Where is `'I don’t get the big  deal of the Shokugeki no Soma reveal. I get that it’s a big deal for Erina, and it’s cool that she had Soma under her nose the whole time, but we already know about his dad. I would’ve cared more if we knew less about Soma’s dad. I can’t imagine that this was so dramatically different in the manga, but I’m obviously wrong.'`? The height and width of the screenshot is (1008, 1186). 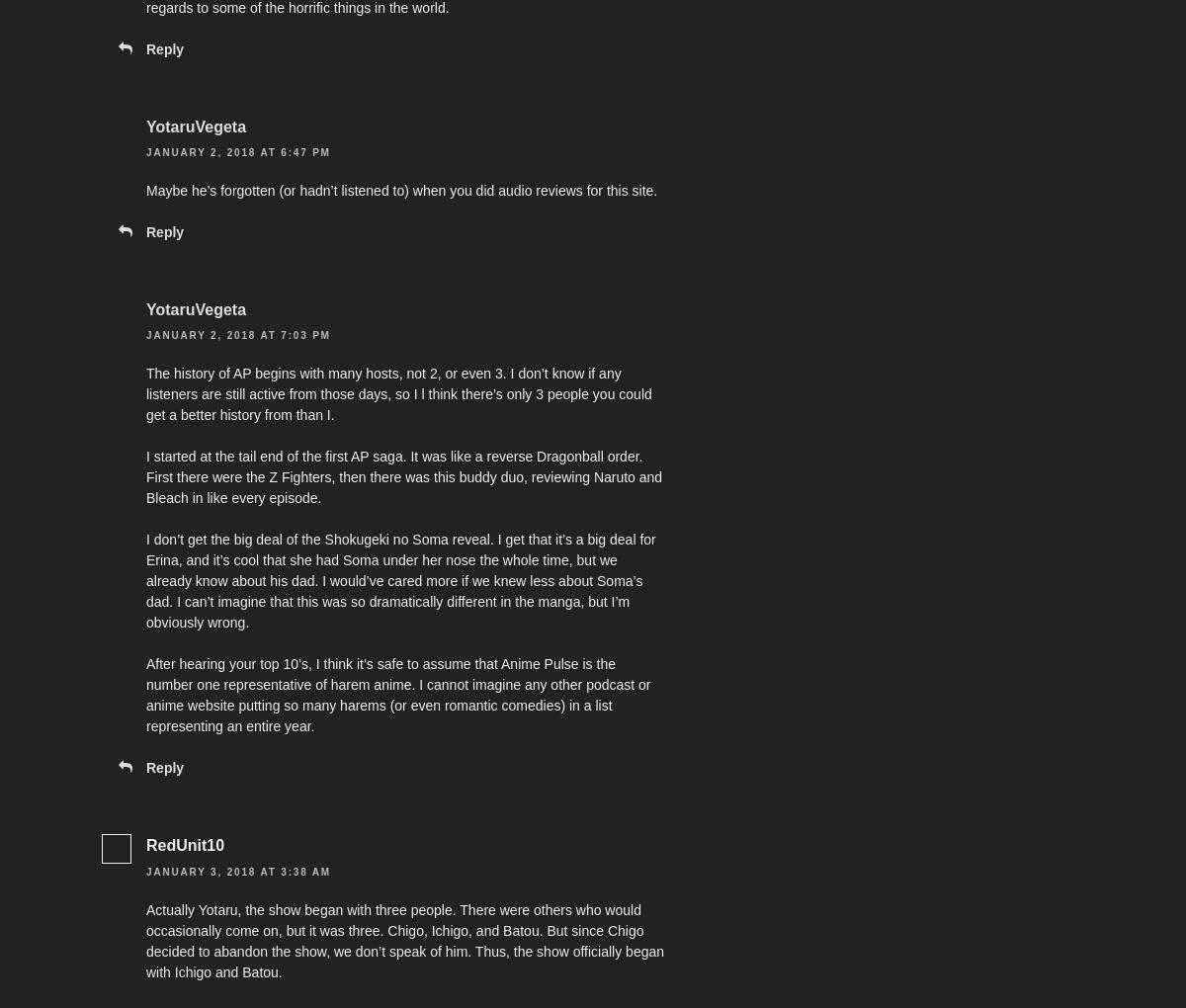 'I don’t get the big  deal of the Shokugeki no Soma reveal. I get that it’s a big deal for Erina, and it’s cool that she had Soma under her nose the whole time, but we already know about his dad. I would’ve cared more if we knew less about Soma’s dad. I can’t imagine that this was so dramatically different in the manga, but I’m obviously wrong.' is located at coordinates (400, 581).